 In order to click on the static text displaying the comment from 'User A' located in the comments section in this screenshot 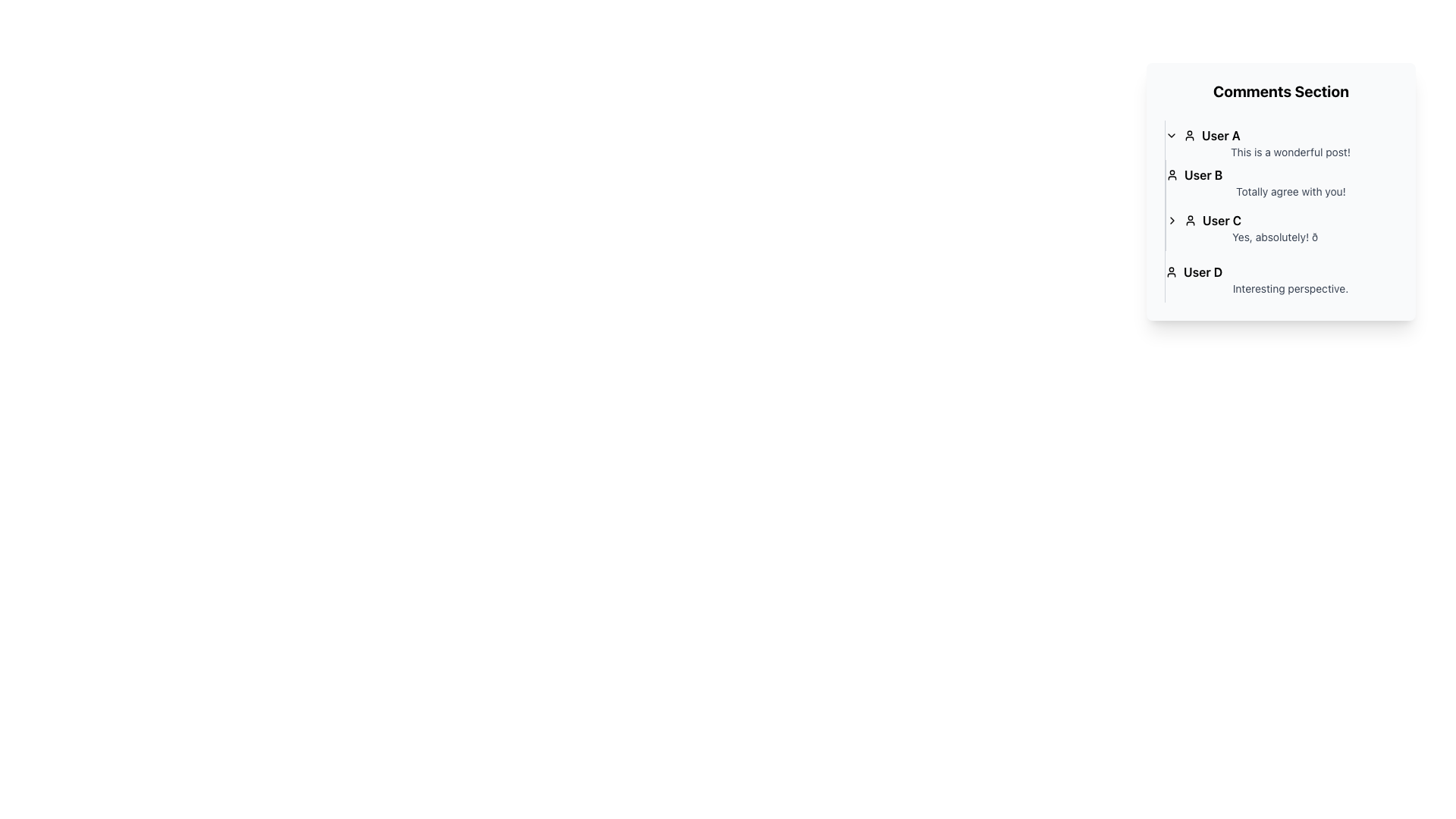, I will do `click(1280, 152)`.